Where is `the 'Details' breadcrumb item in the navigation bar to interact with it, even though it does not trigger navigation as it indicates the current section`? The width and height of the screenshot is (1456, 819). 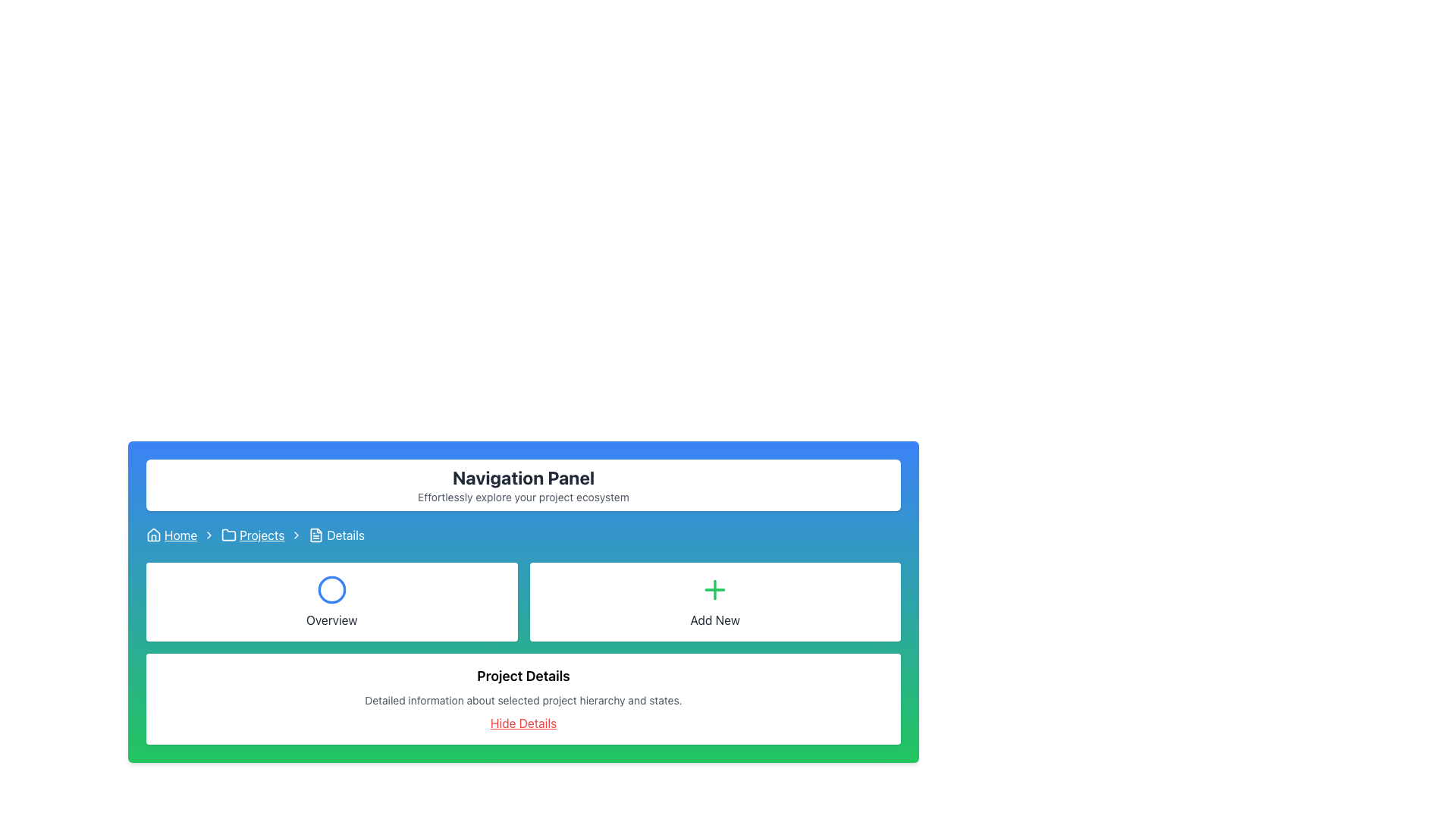
the 'Details' breadcrumb item in the navigation bar to interact with it, even though it does not trigger navigation as it indicates the current section is located at coordinates (336, 534).